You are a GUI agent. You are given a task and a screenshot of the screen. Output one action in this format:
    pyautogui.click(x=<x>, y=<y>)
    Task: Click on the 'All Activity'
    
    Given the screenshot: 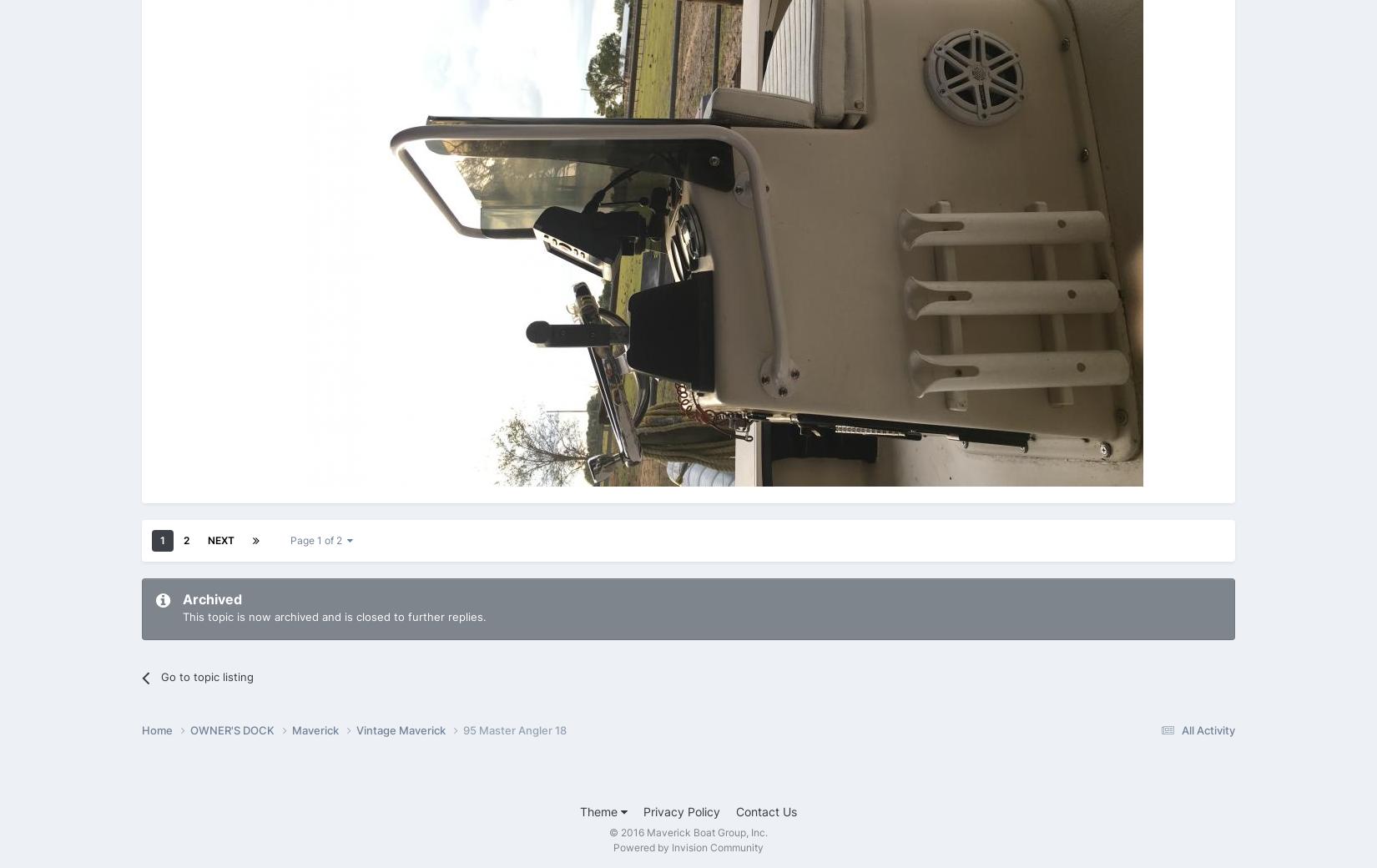 What is the action you would take?
    pyautogui.click(x=1208, y=729)
    